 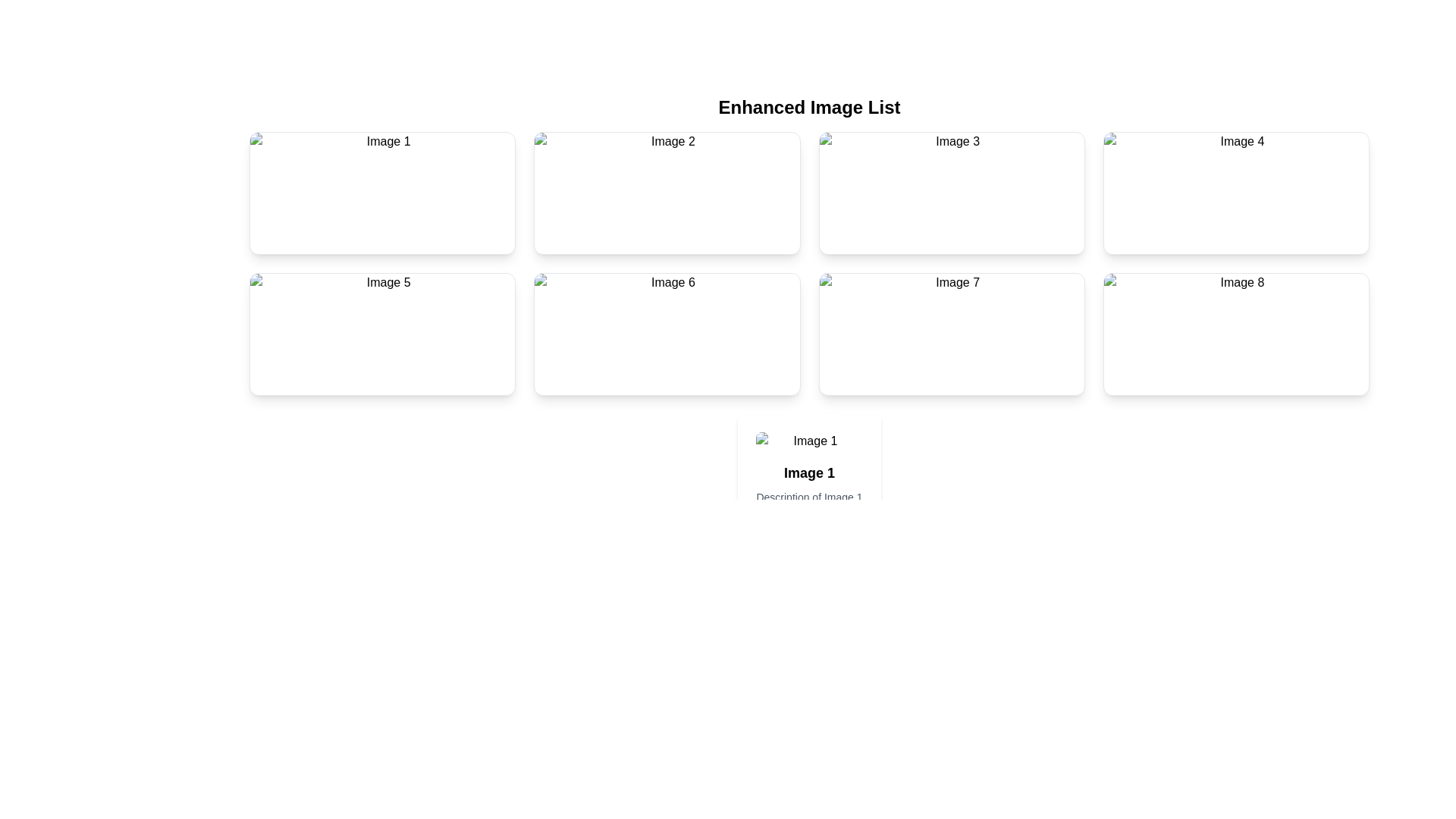 I want to click on the button located at the center of the first card in the top row of the grid layout, directly below the title 'Image 1', so click(x=382, y=192).